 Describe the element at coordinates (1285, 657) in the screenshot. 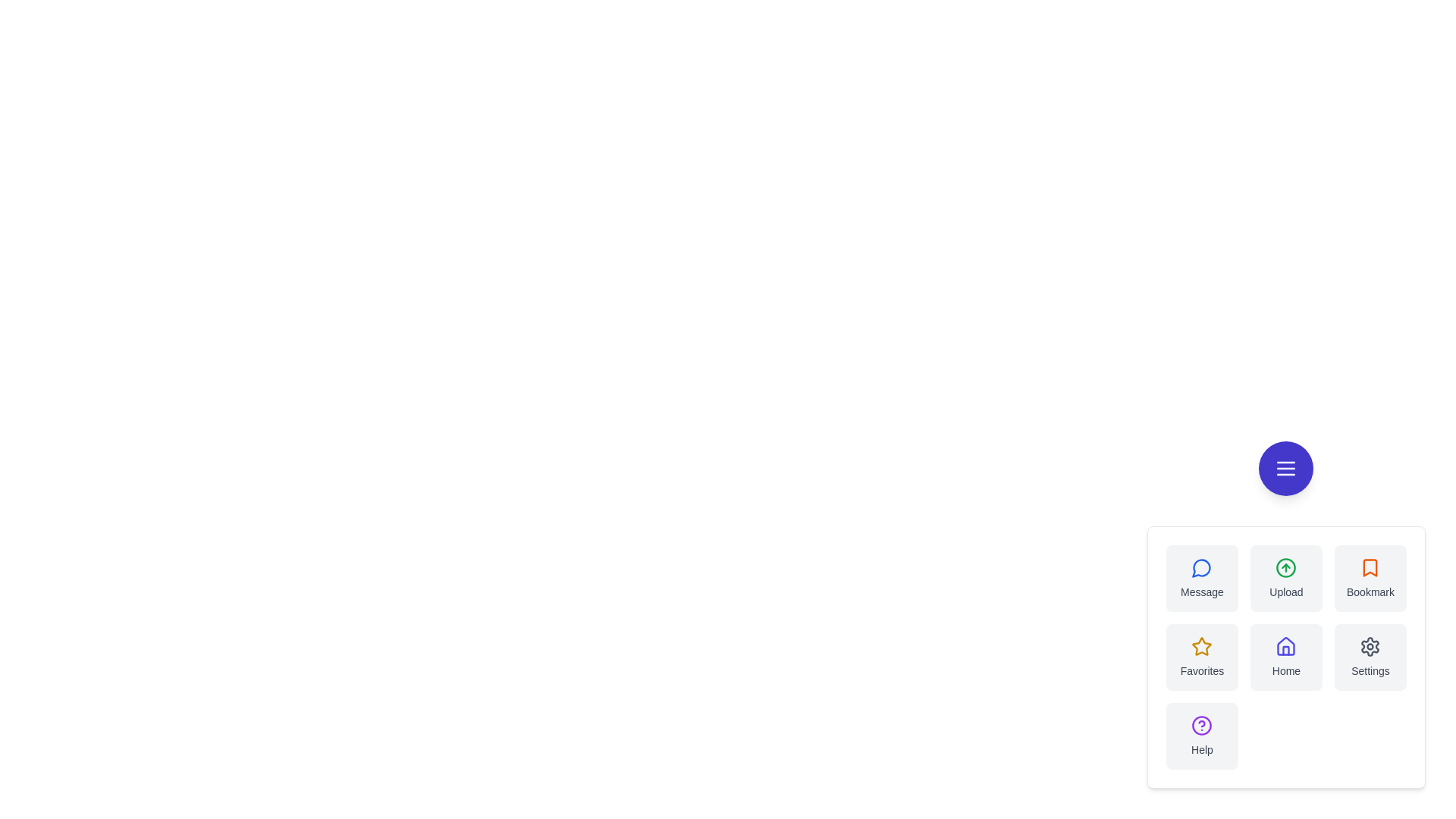

I see `the Home button in the speed dial menu` at that location.